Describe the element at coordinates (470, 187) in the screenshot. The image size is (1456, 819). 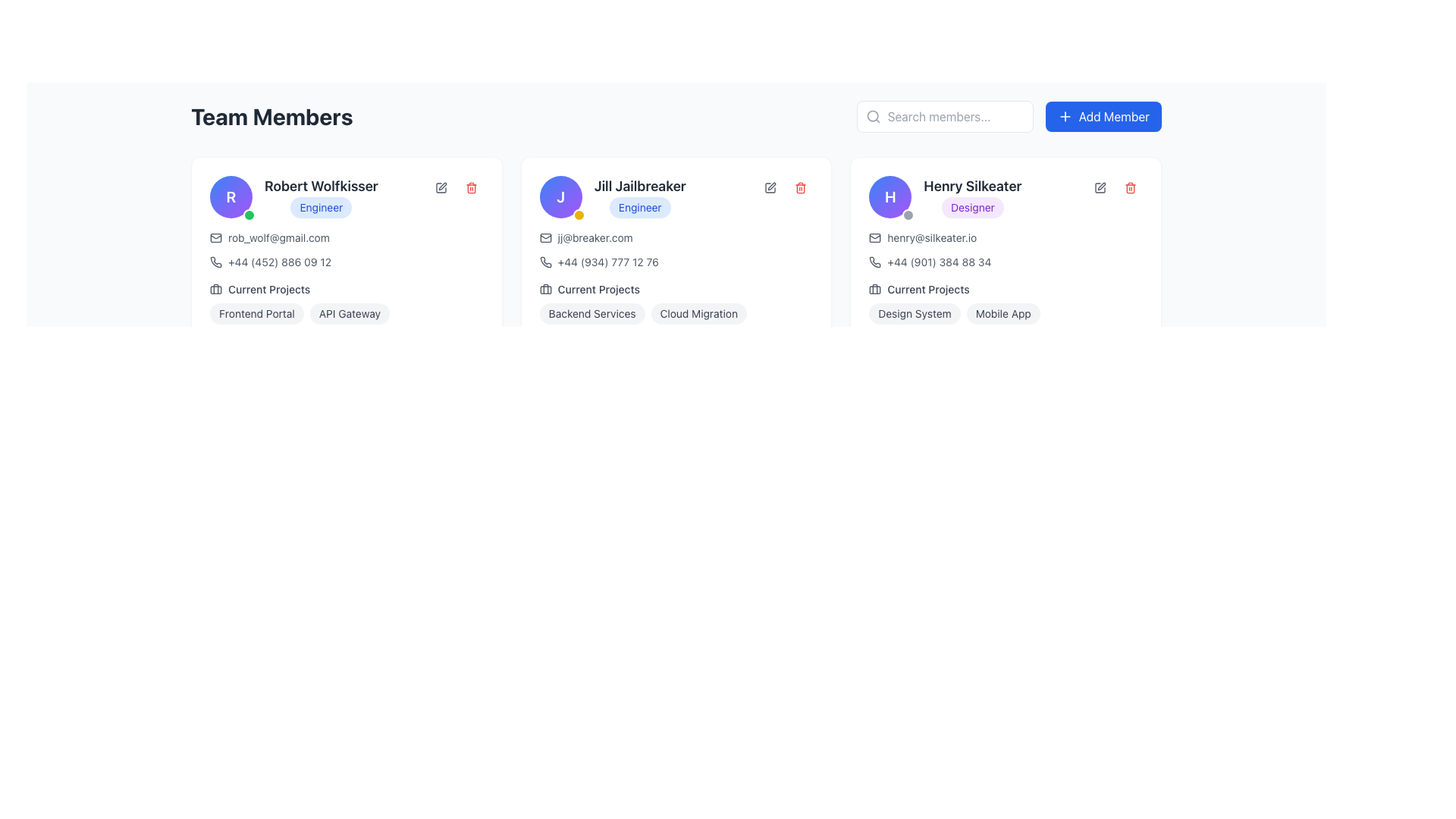
I see `the Delete button icon located in the top-right corner of the 'Robert Wolfkisser' card` at that location.